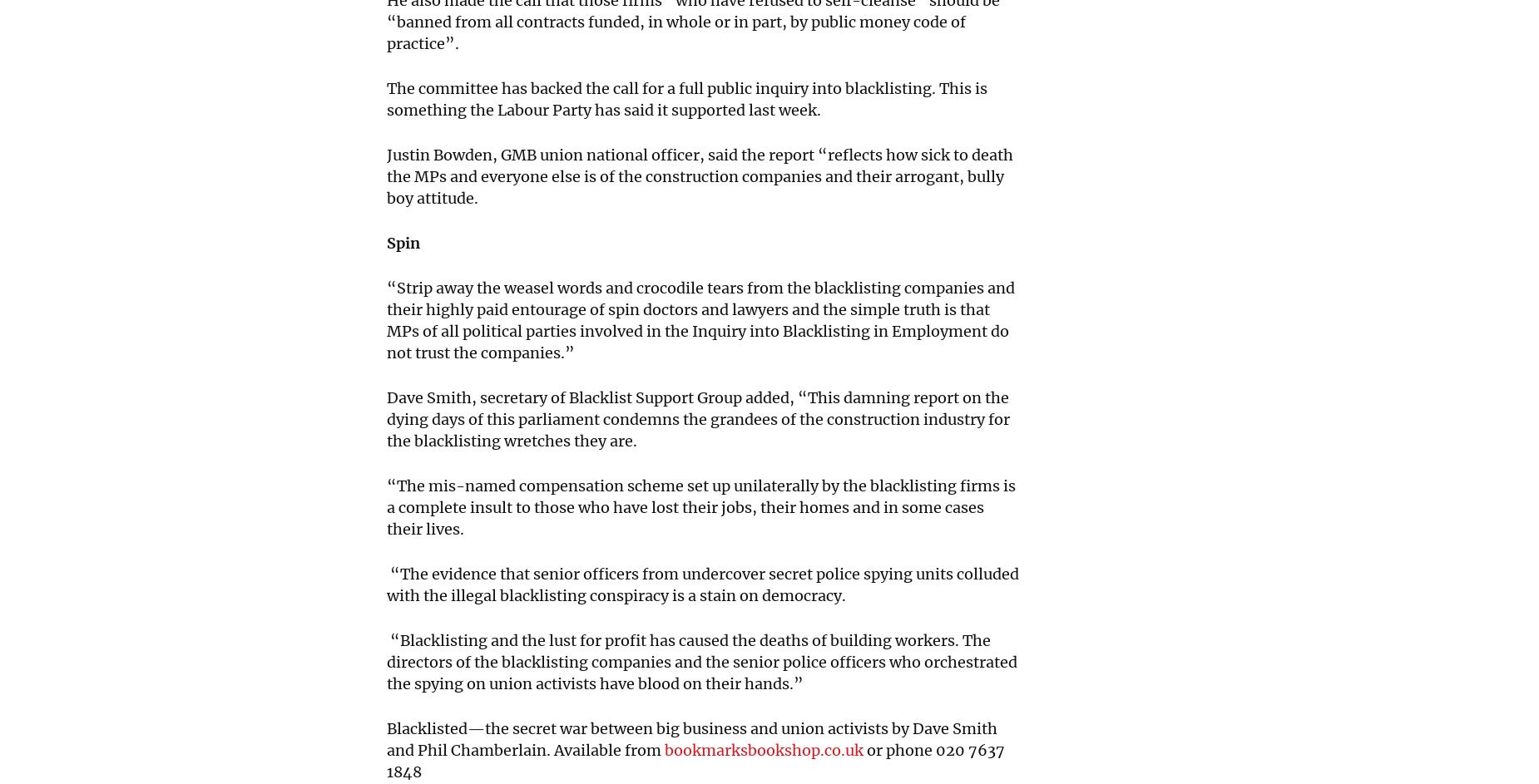  I want to click on 'Dave Smith, secretary of Blacklist Support Group added, “This damning report on the dying days of this parliament condemns the grandees of the construction industry for the blacklisting wretches they are.', so click(698, 418).